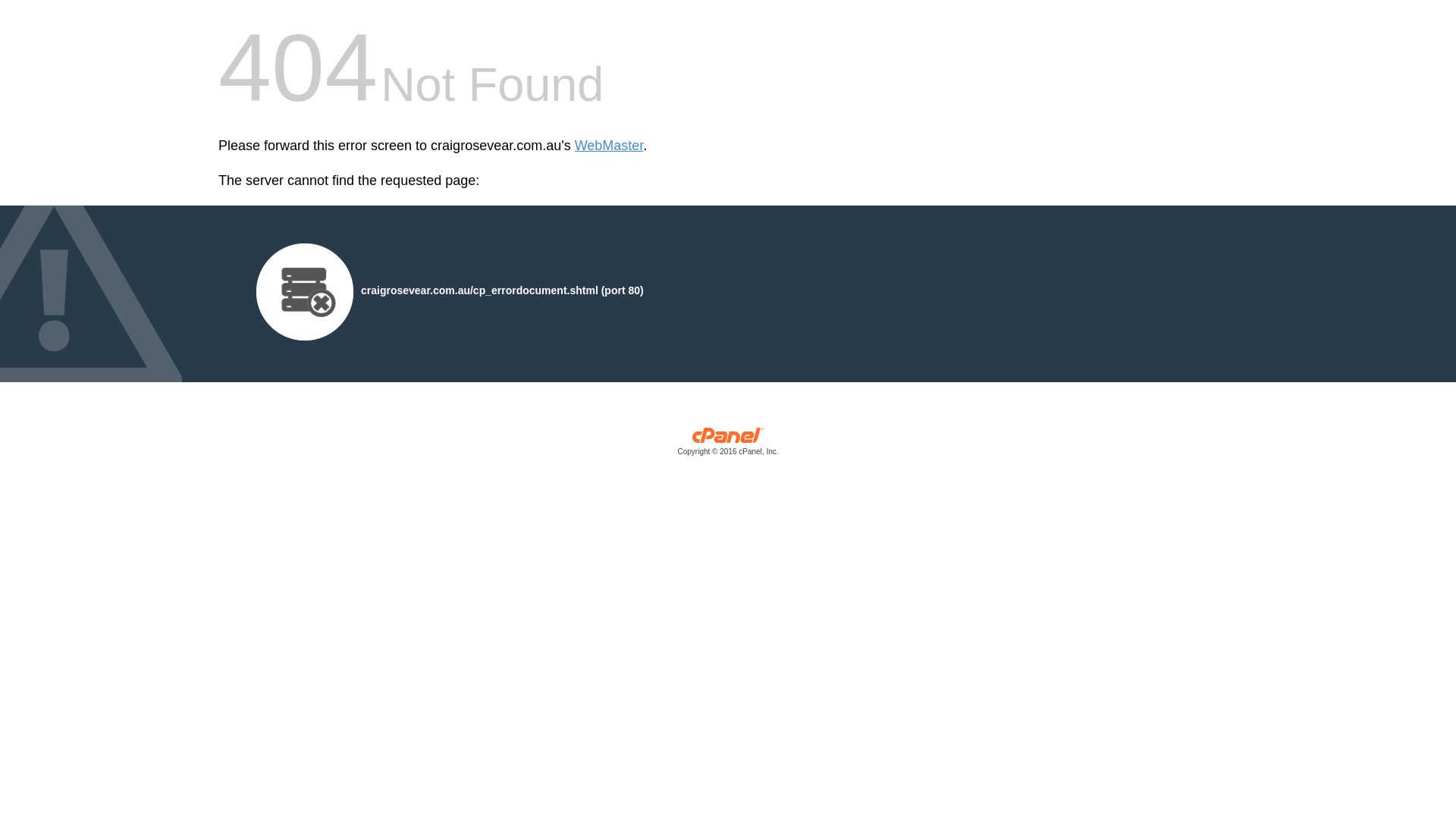 This screenshot has height=819, width=1456. I want to click on 'WebMaster', so click(609, 146).